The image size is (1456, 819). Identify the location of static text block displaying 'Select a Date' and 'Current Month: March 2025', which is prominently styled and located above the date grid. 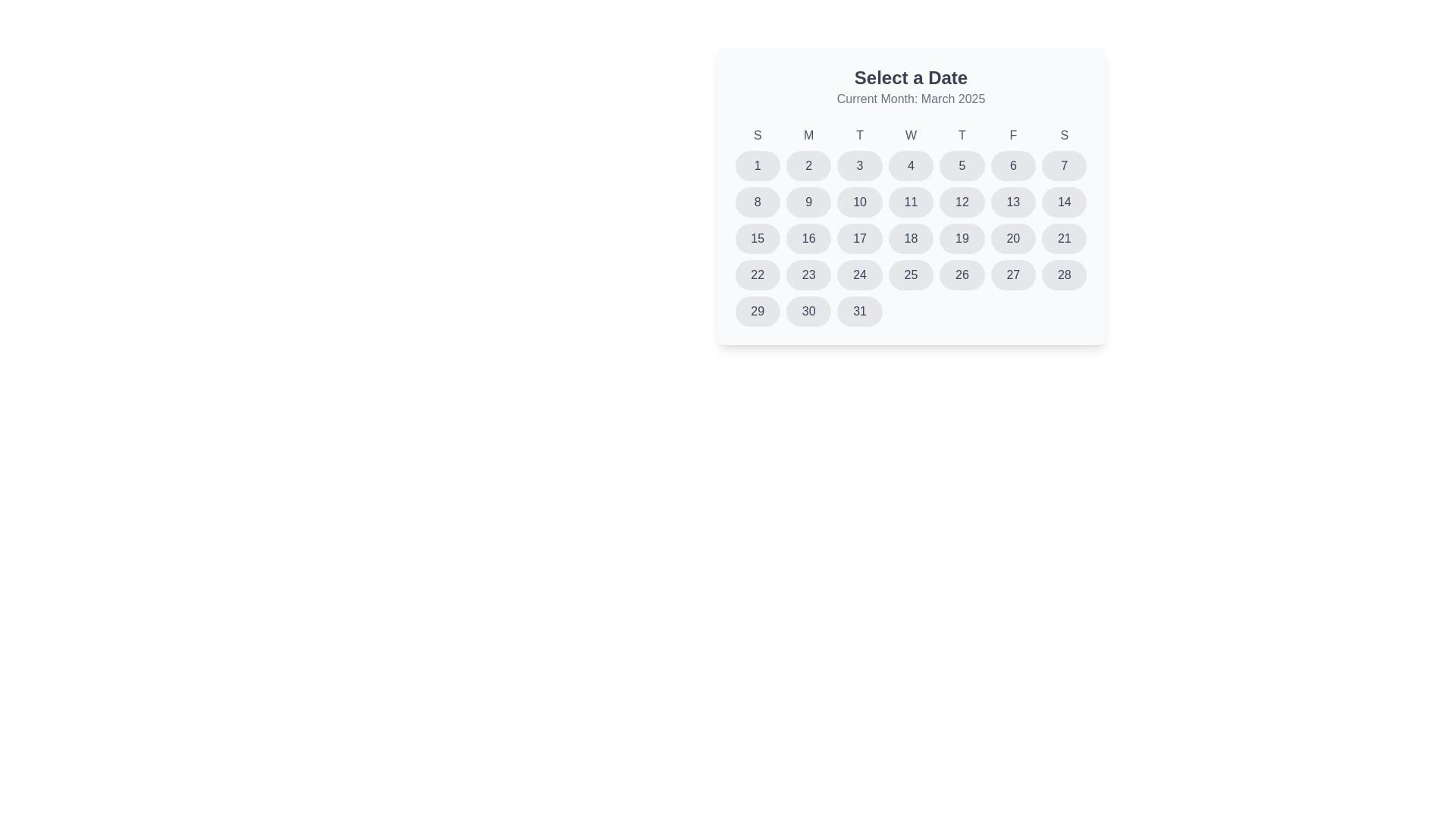
(910, 87).